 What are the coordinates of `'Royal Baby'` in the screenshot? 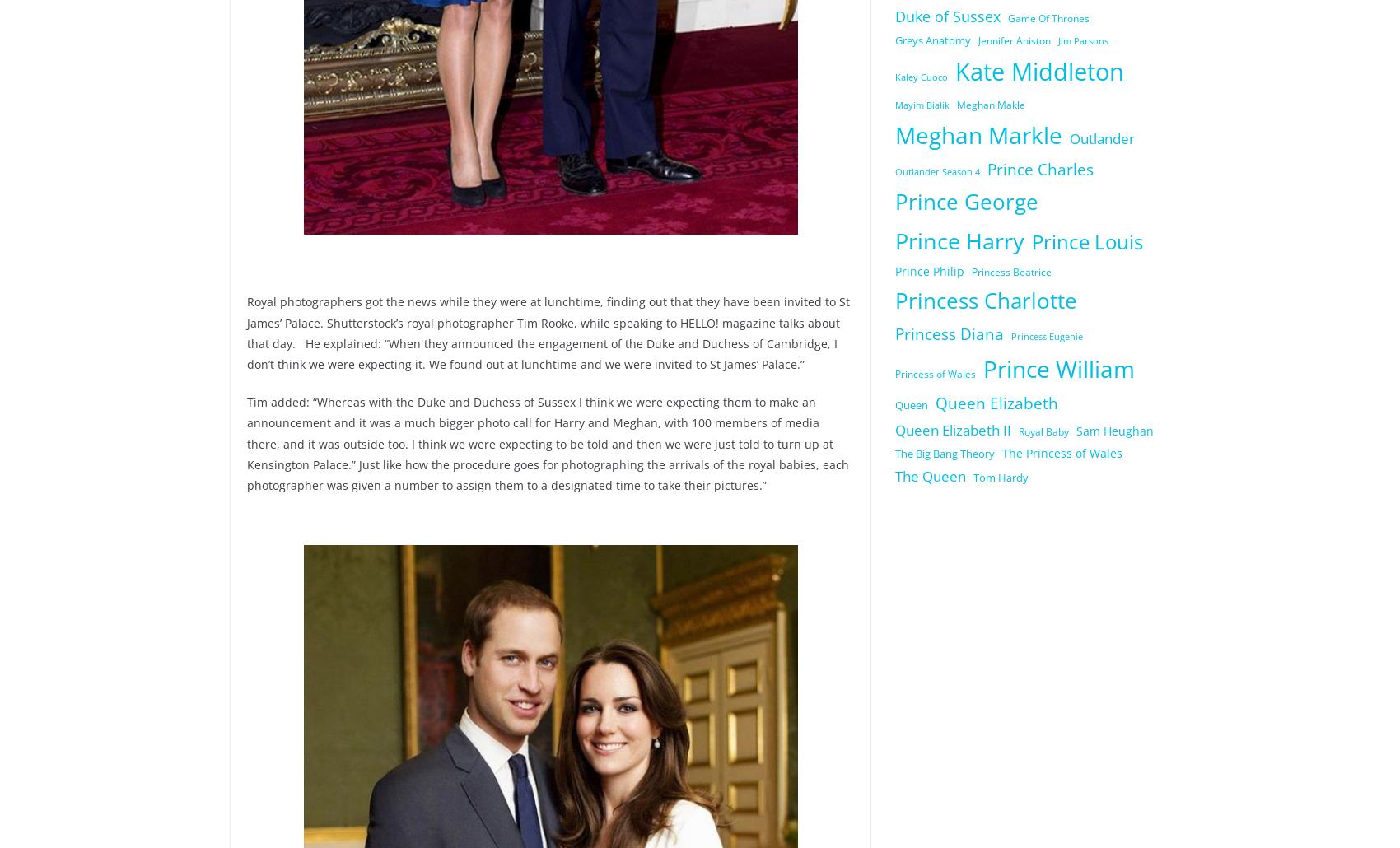 It's located at (1017, 431).